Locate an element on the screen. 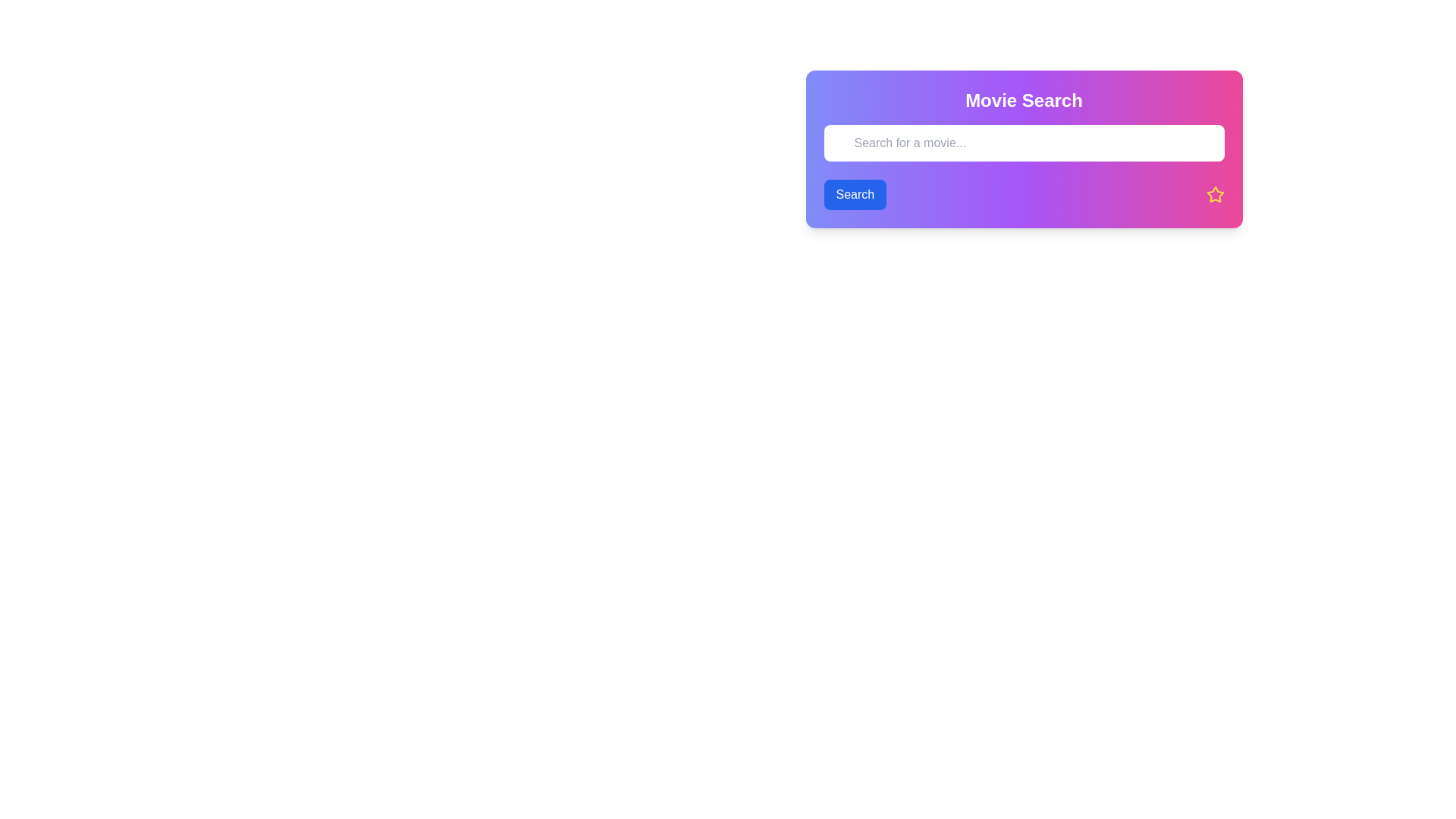 This screenshot has width=1456, height=819. the rectangular 'Search' button with a blue background and white text to change its background color to a darker blue is located at coordinates (855, 194).